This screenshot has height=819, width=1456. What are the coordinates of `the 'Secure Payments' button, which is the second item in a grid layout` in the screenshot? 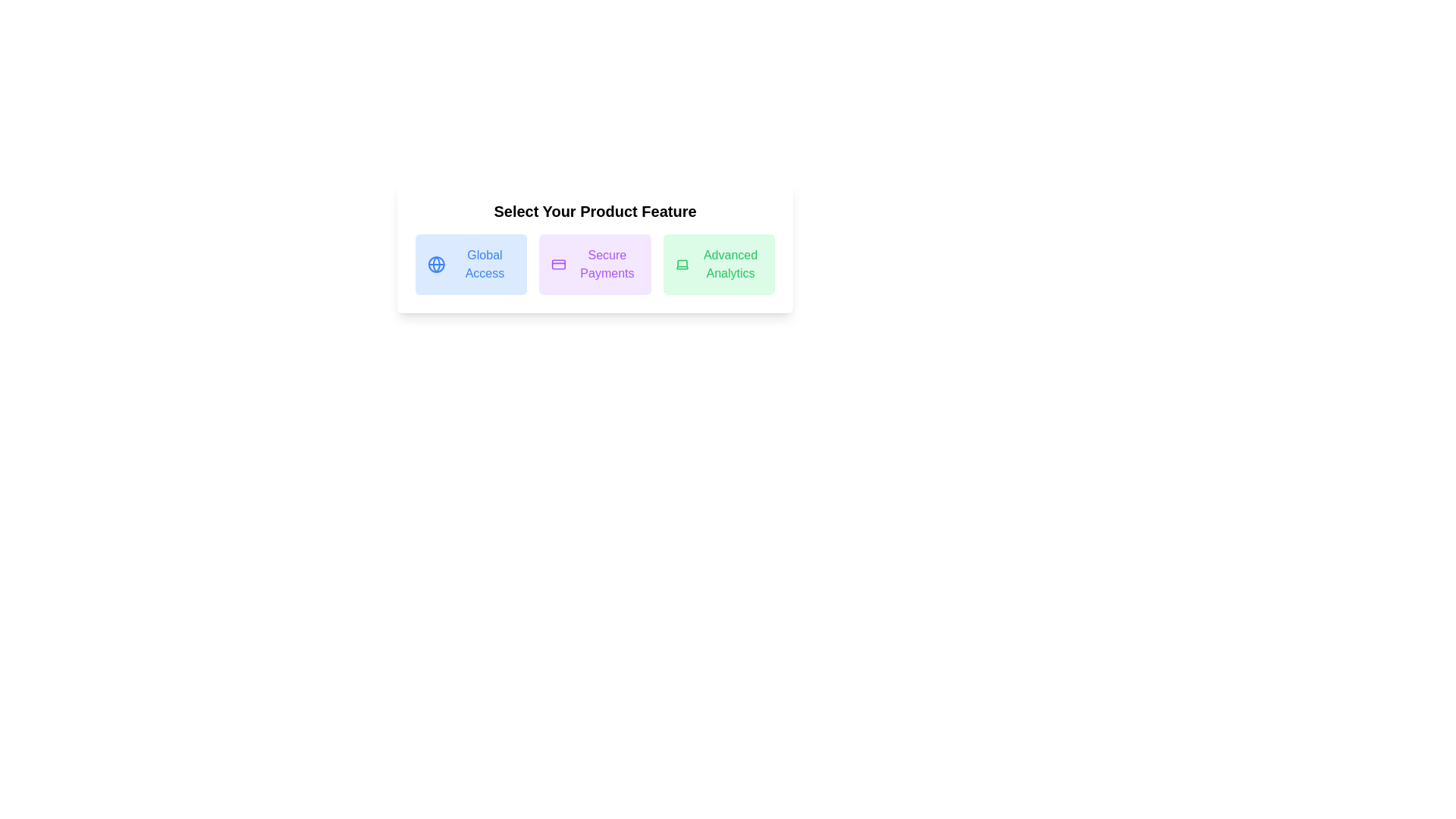 It's located at (594, 263).